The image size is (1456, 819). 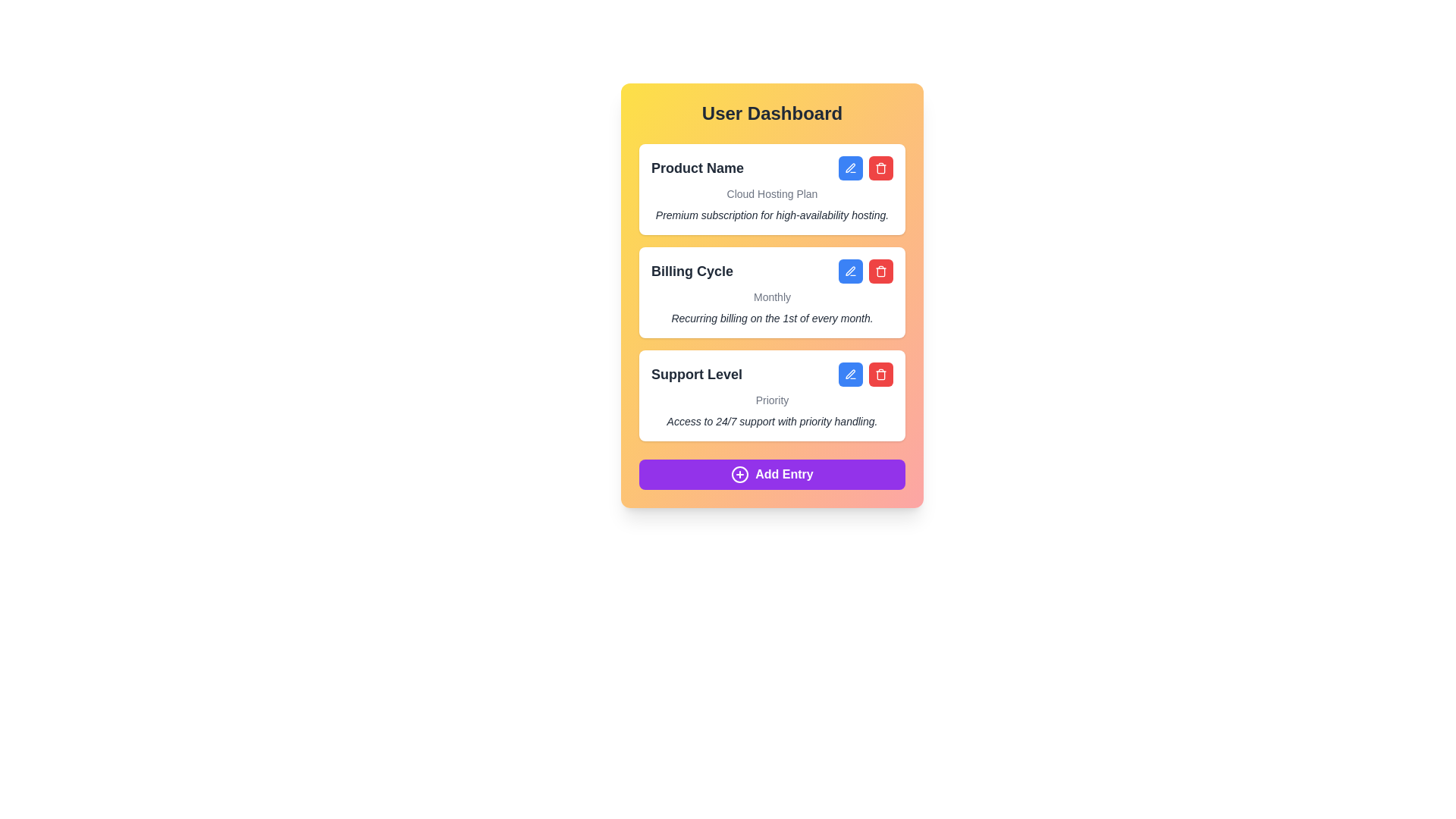 I want to click on title of the heading element styled as an H1-equivalent located at the top of the user dashboard panel, so click(x=772, y=113).